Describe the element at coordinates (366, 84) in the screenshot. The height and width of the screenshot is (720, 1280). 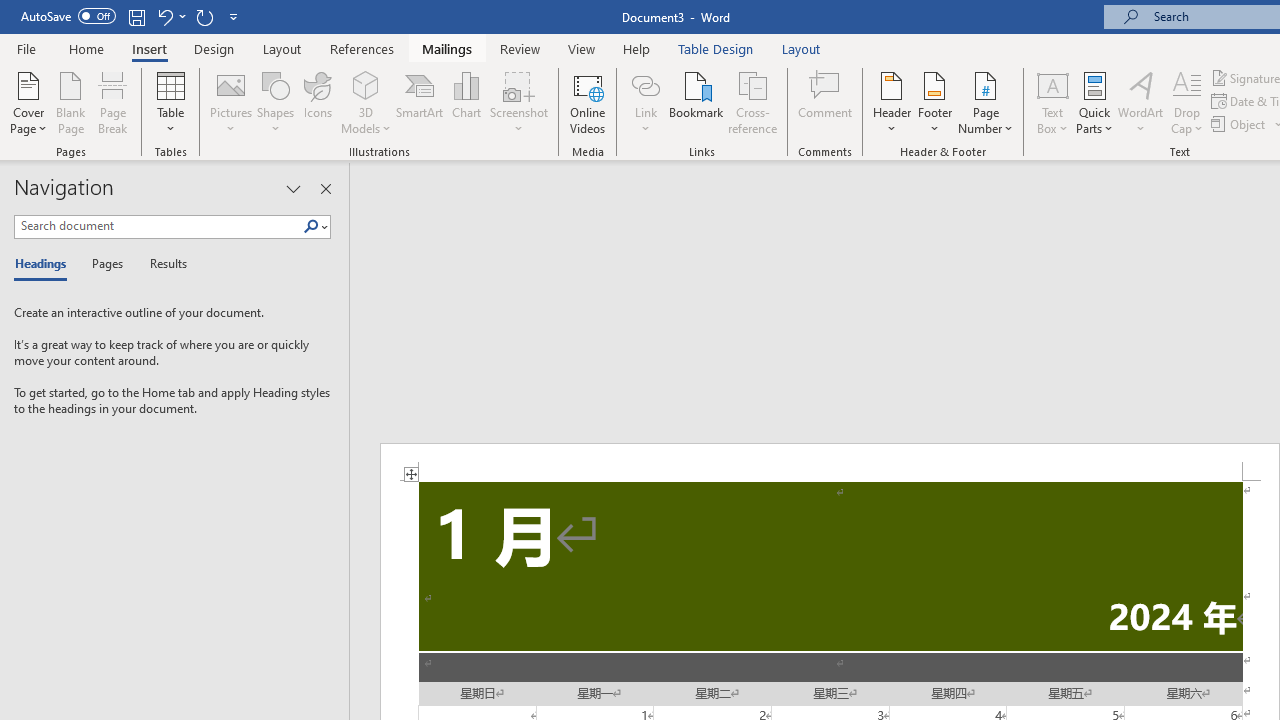
I see `'3D Models'` at that location.